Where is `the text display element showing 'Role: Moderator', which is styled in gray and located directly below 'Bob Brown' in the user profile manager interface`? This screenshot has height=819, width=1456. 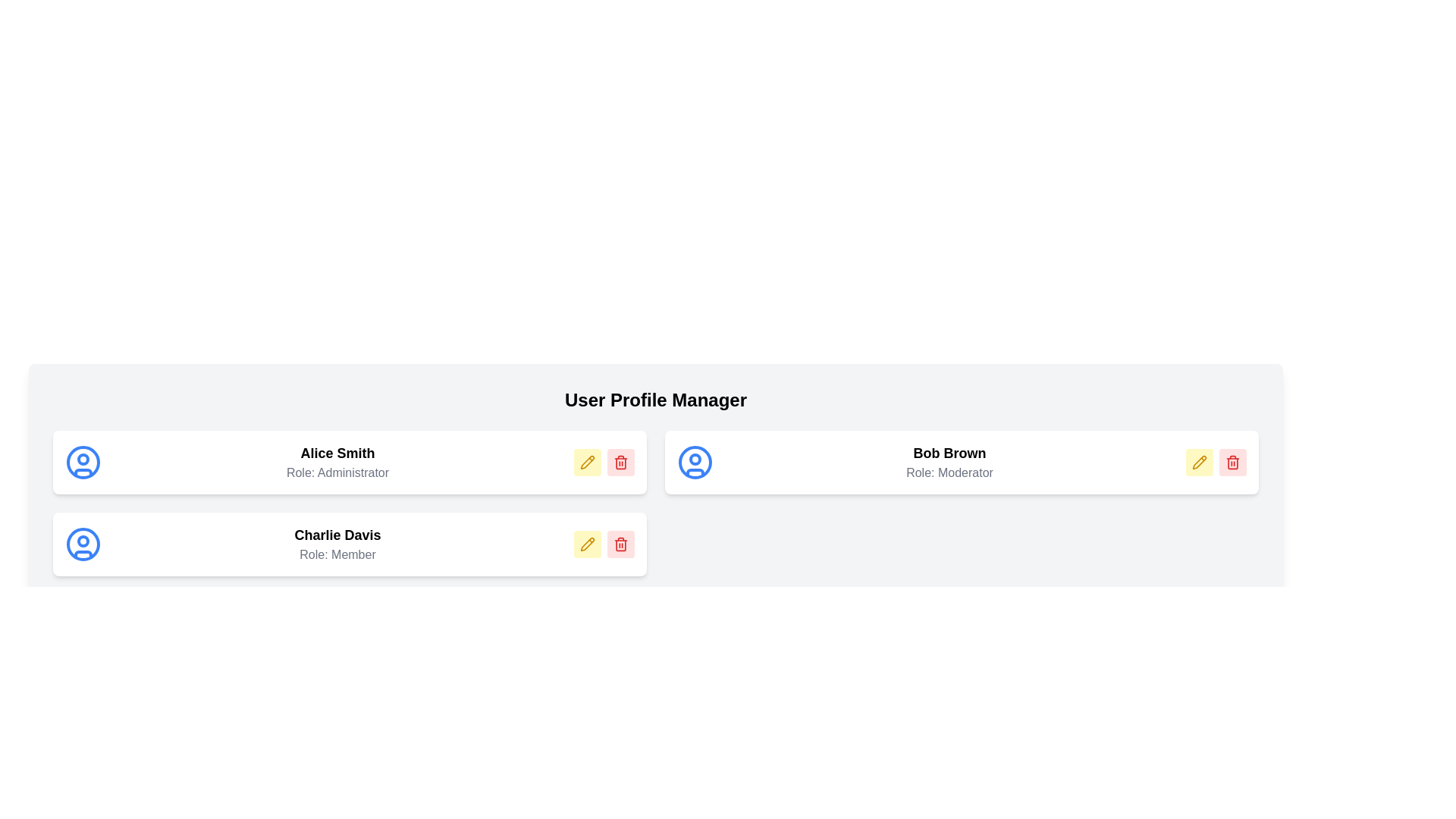 the text display element showing 'Role: Moderator', which is styled in gray and located directly below 'Bob Brown' in the user profile manager interface is located at coordinates (949, 472).